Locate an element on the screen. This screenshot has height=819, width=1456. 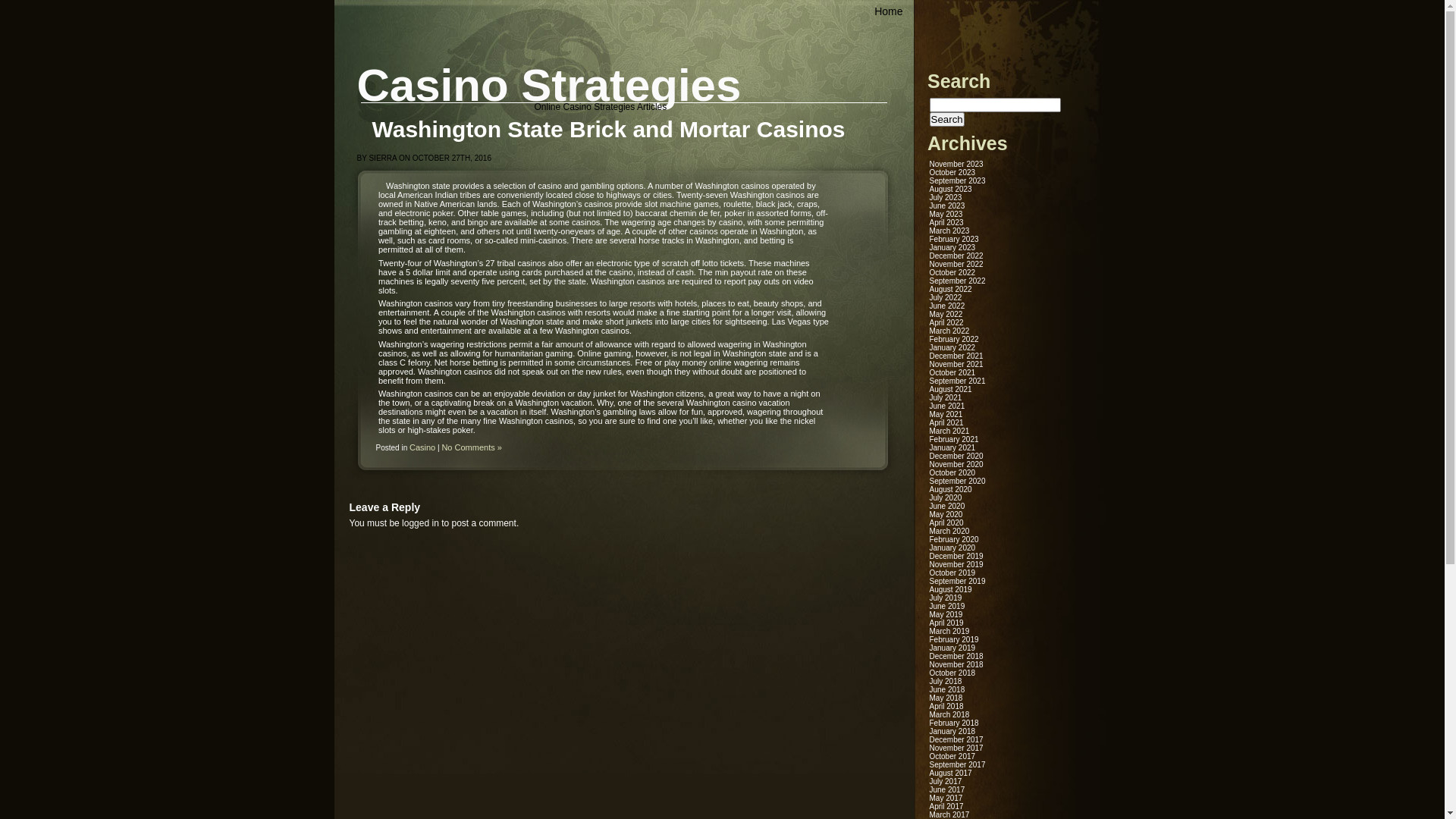
'December 2017' is located at coordinates (928, 739).